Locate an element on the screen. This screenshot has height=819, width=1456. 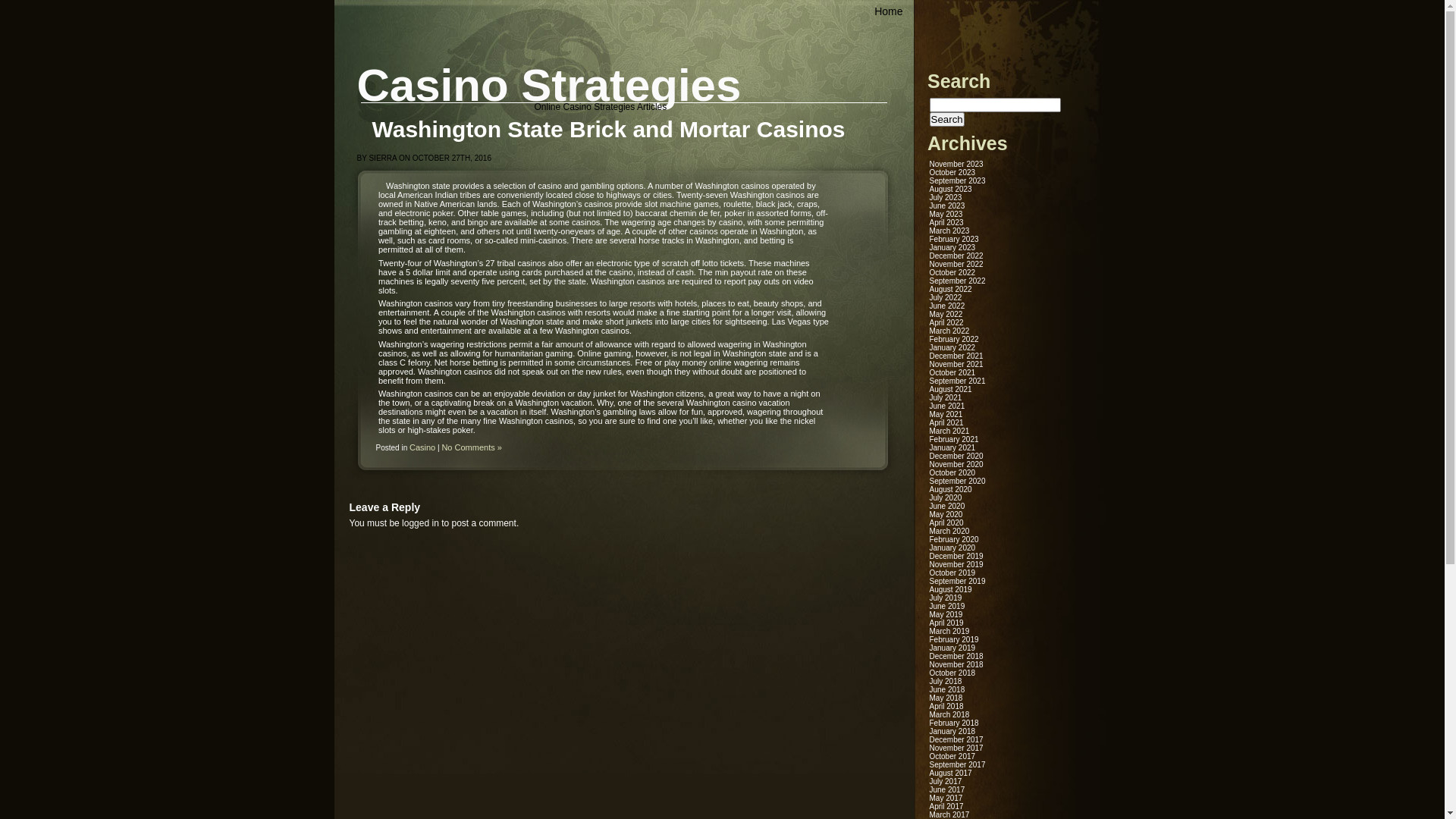
'December 2017' is located at coordinates (928, 739).